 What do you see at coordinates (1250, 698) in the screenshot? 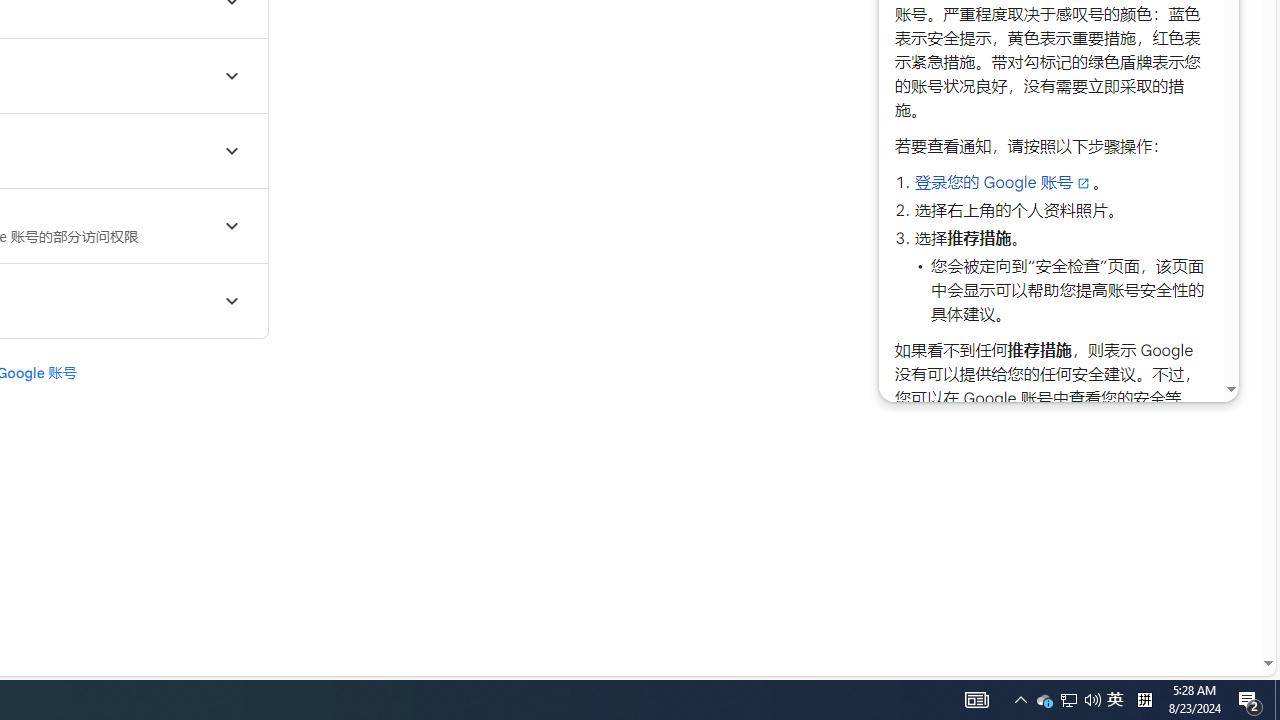
I see `'Action Center, 2 new notifications'` at bounding box center [1250, 698].